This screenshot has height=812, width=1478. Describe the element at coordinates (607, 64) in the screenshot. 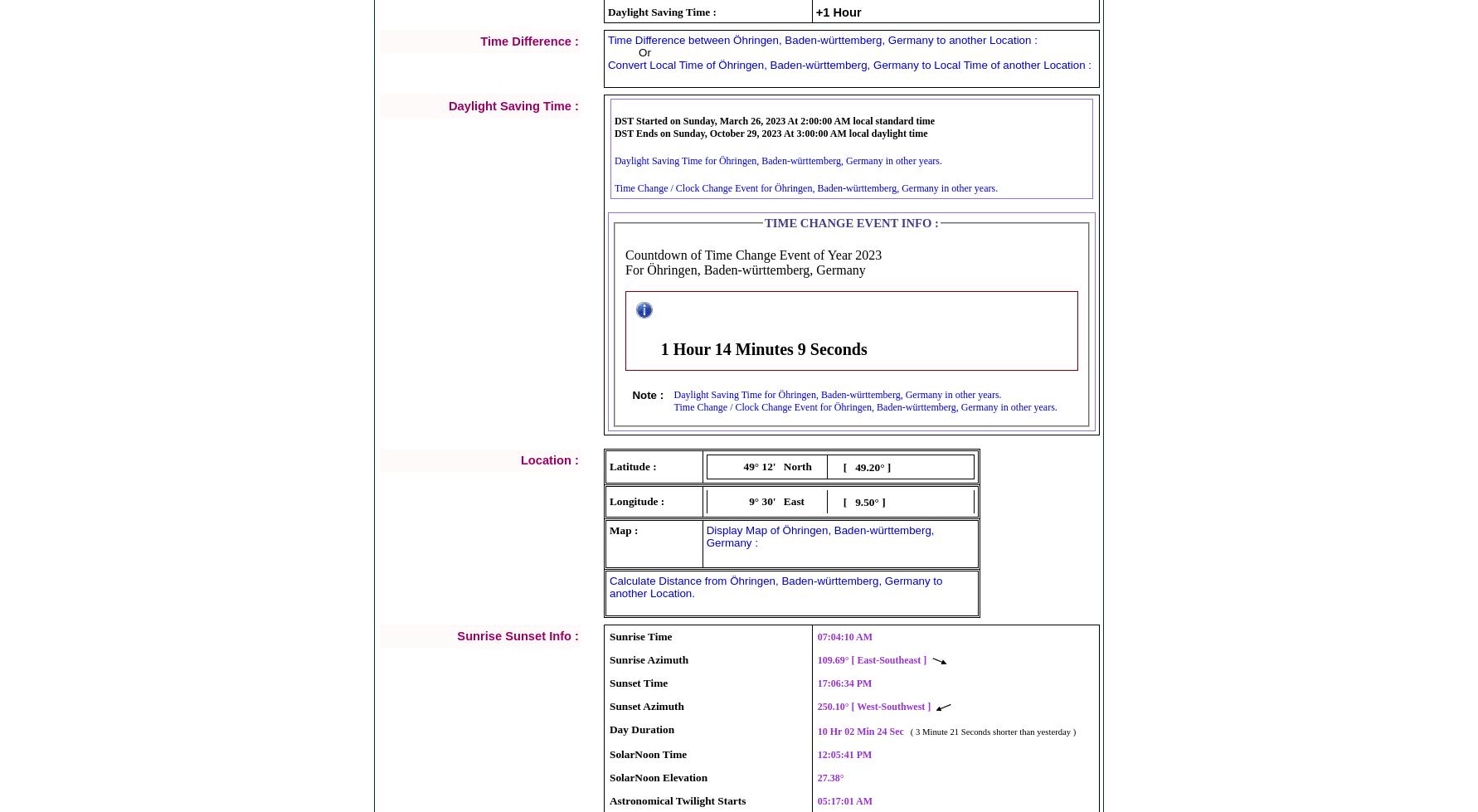

I see `'Convert Local Time of Öhringen, Baden-württemberg, Germany to Local Time of another Location :'` at that location.